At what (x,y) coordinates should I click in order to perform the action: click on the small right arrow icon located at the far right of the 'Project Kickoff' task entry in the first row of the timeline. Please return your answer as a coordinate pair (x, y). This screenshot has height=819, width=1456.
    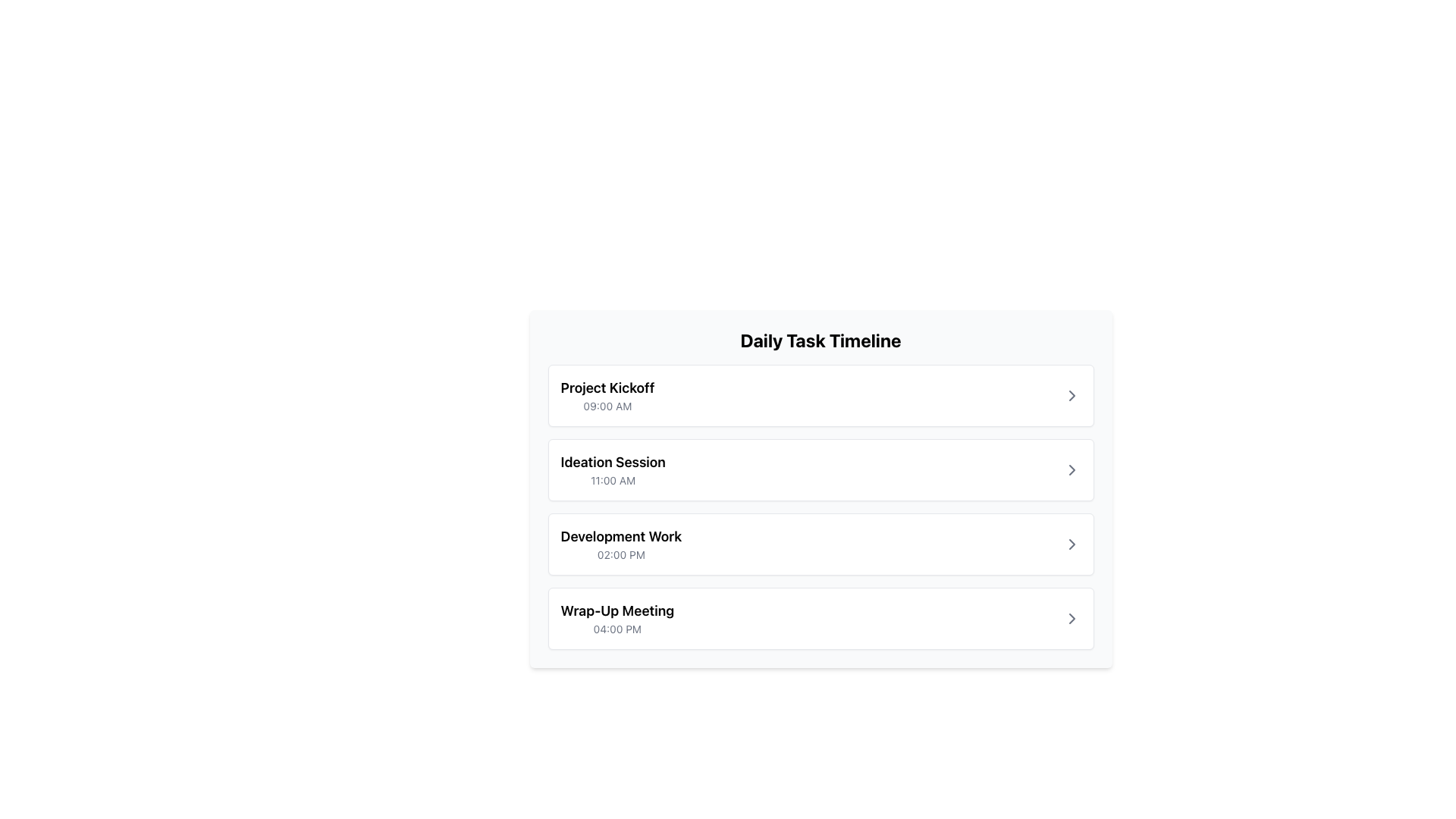
    Looking at the image, I should click on (1071, 394).